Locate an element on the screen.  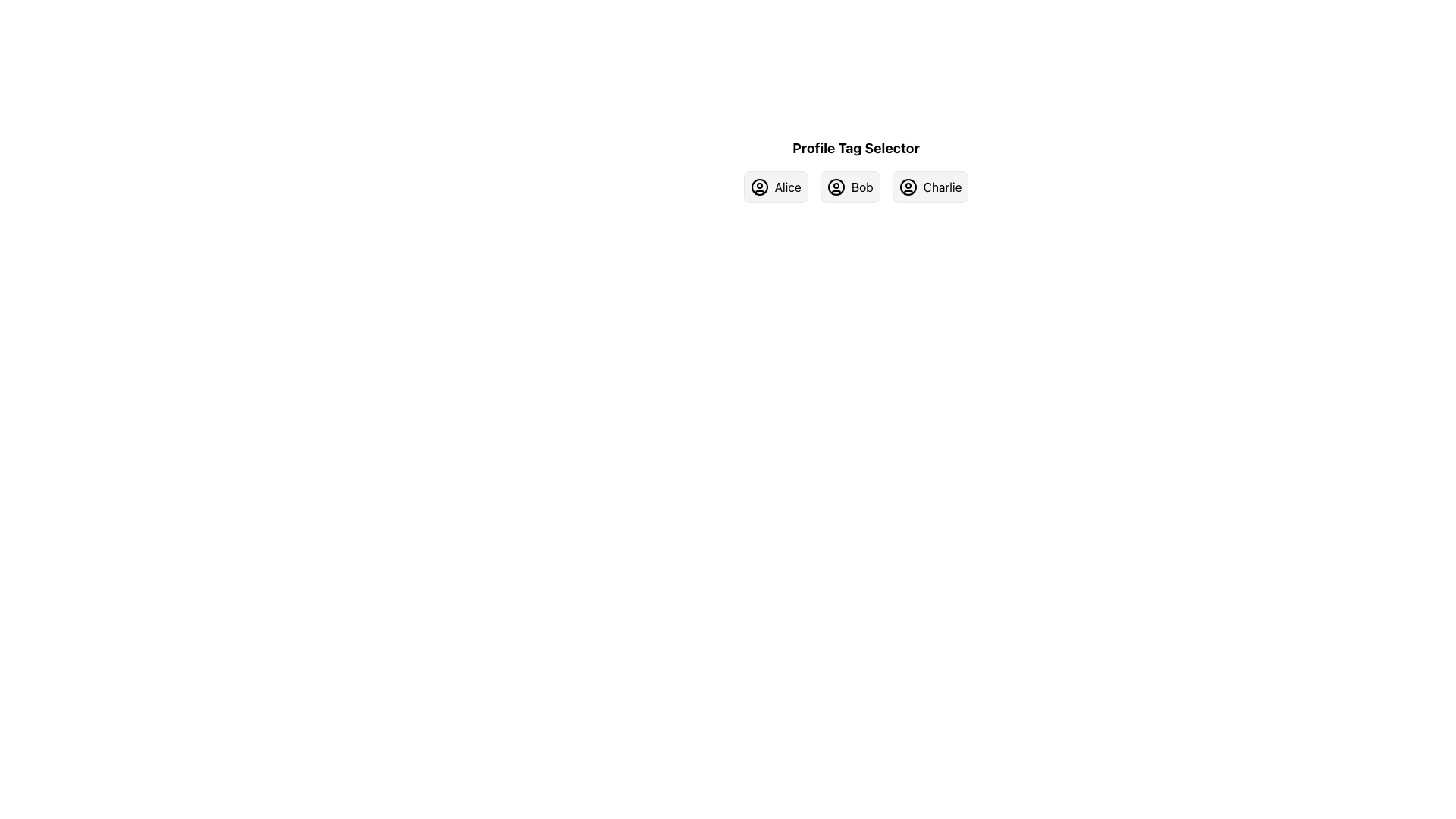
heading labeled 'Profile Tag Selector', which is displayed in bold and larger font at the top-center of the profile tag selection area is located at coordinates (855, 149).